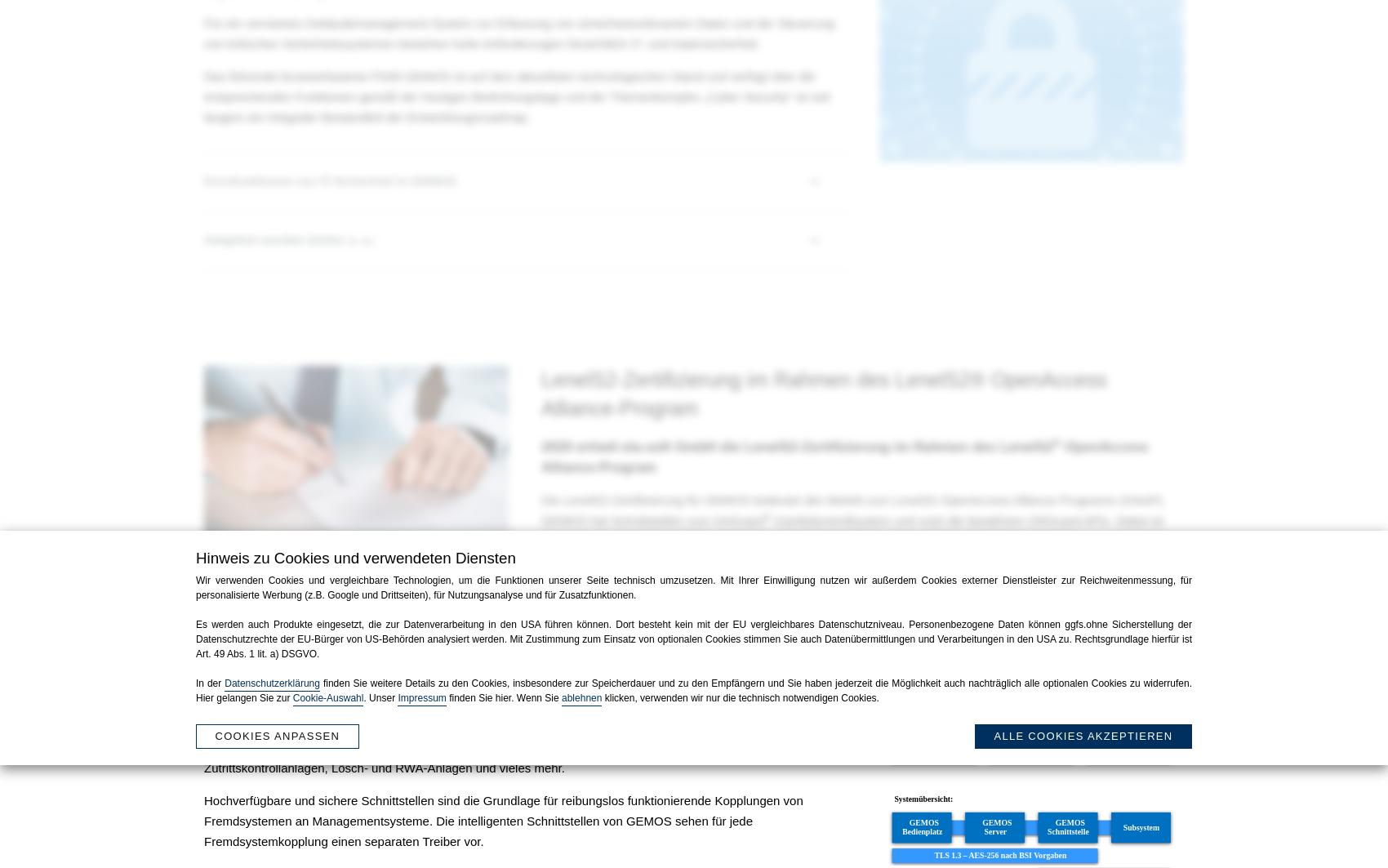  What do you see at coordinates (276, 734) in the screenshot?
I see `'Cookies anpassen'` at bounding box center [276, 734].